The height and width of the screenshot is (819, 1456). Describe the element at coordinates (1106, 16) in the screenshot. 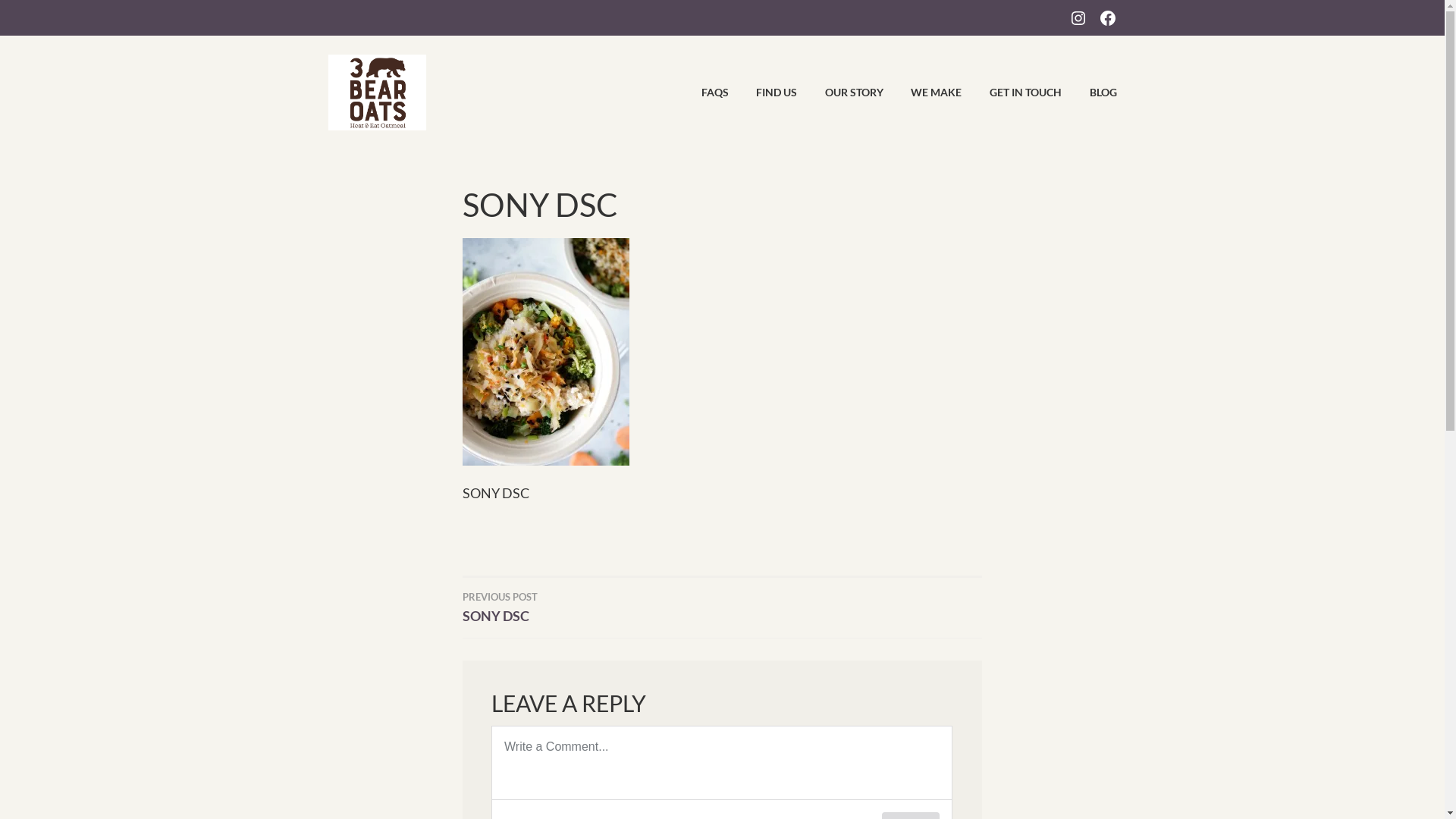

I see `'FACEBOOK'` at that location.